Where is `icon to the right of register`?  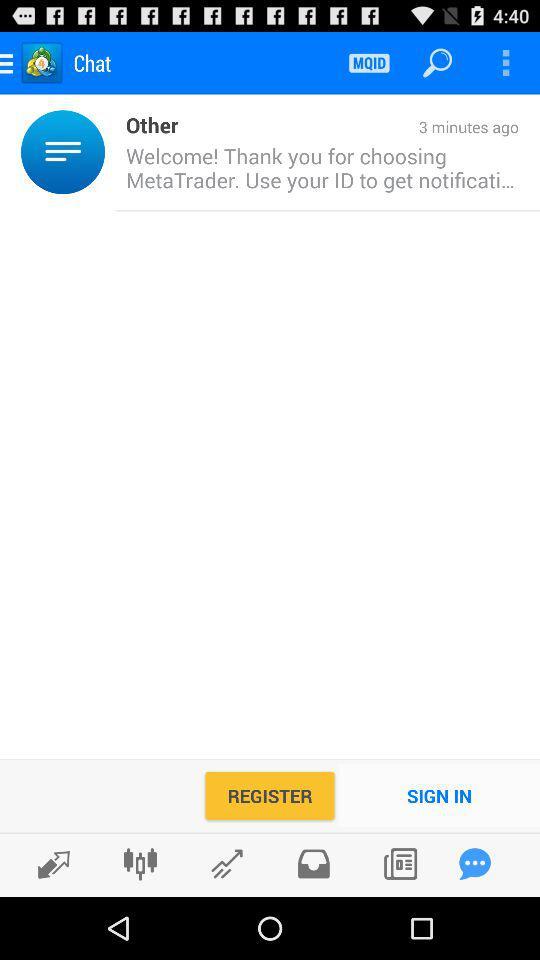
icon to the right of register is located at coordinates (438, 795).